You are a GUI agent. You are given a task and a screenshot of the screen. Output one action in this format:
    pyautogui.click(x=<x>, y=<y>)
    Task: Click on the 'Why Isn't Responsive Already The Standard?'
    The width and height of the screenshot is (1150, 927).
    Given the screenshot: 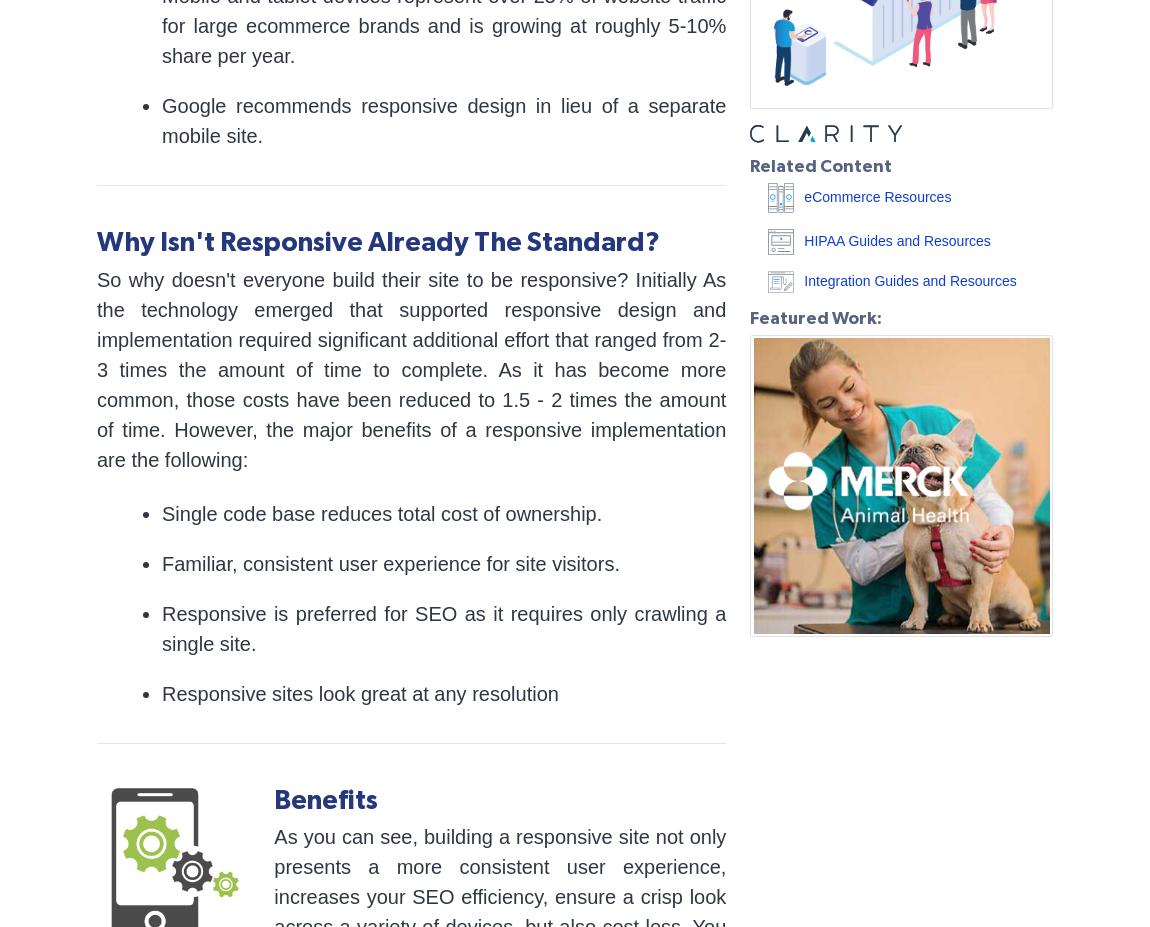 What is the action you would take?
    pyautogui.click(x=95, y=242)
    